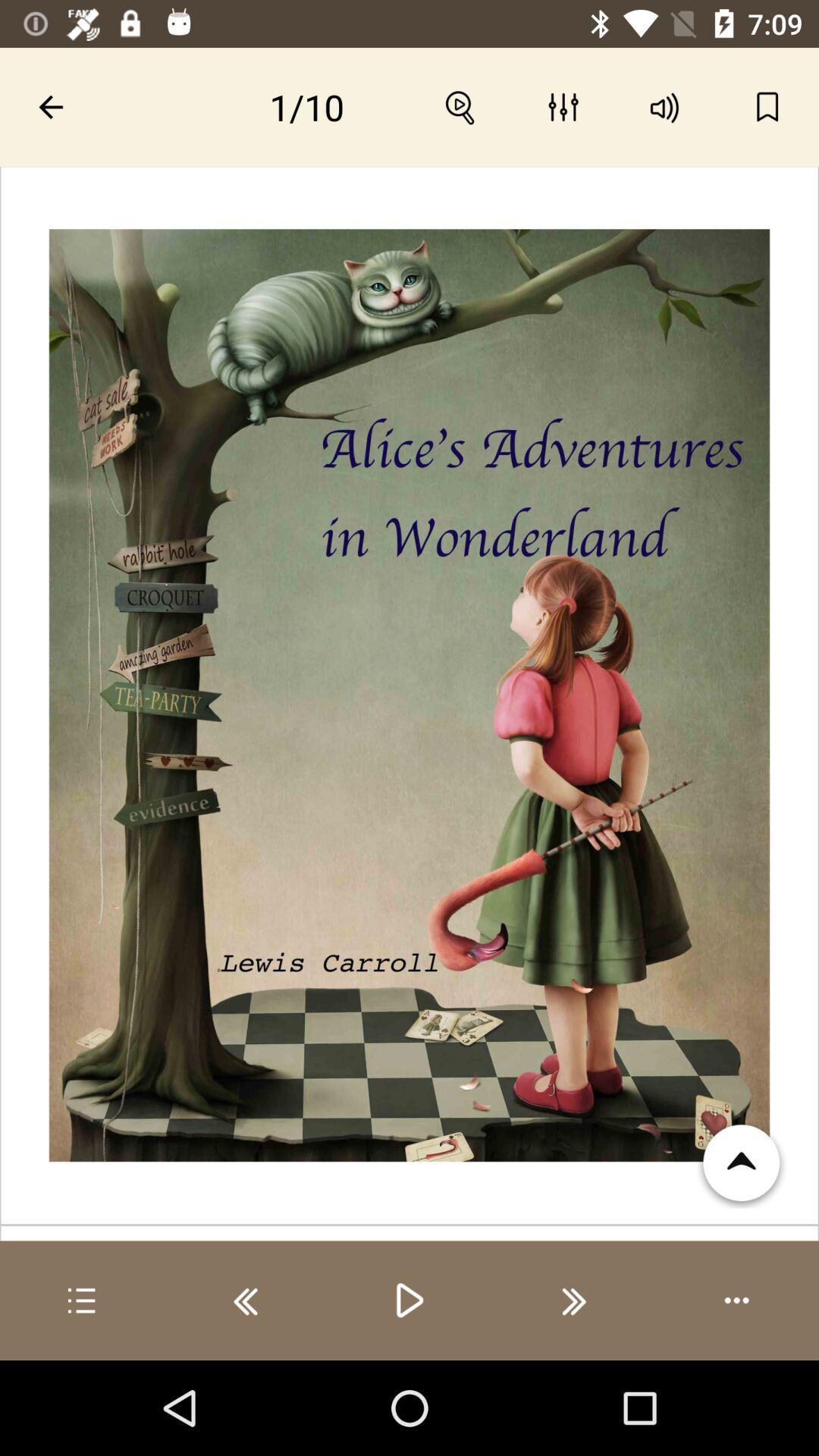 This screenshot has height=1456, width=819. What do you see at coordinates (573, 1300) in the screenshot?
I see `next image` at bounding box center [573, 1300].